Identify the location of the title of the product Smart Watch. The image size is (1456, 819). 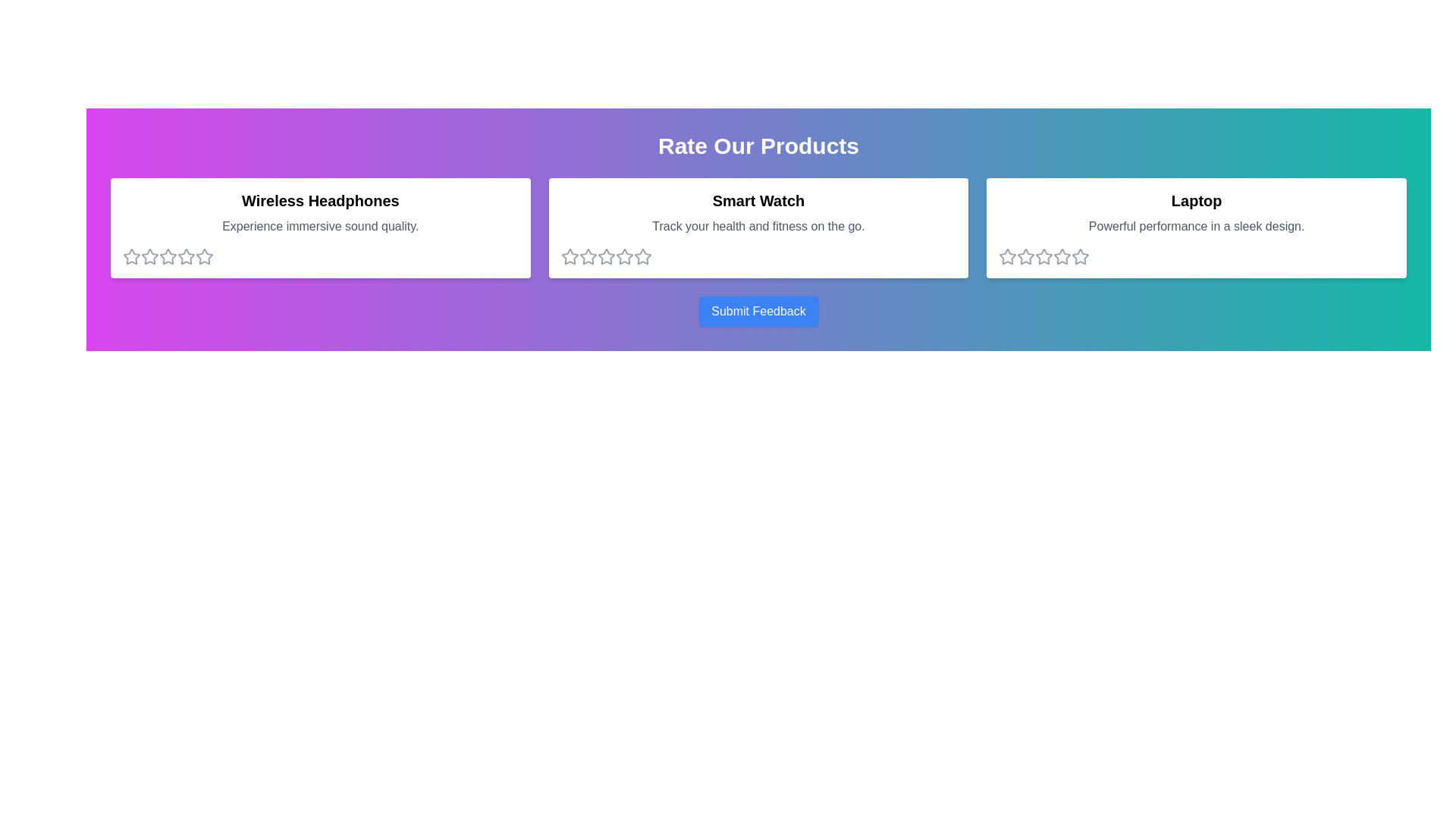
(758, 200).